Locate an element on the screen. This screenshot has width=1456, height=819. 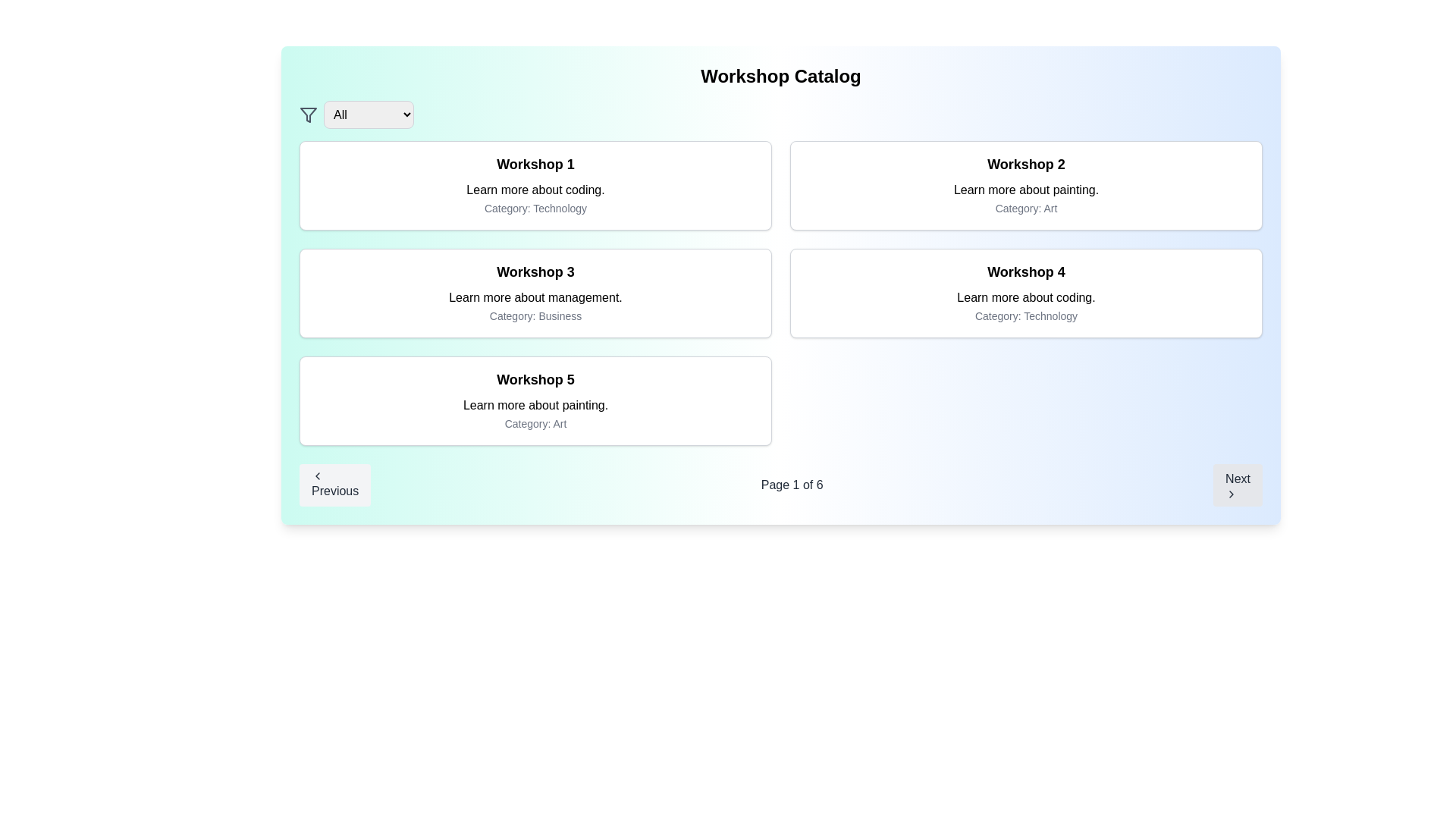
the text label displaying the current page number and total number of pages, located in the center of the pagination control bar at the bottom of the interface is located at coordinates (791, 485).